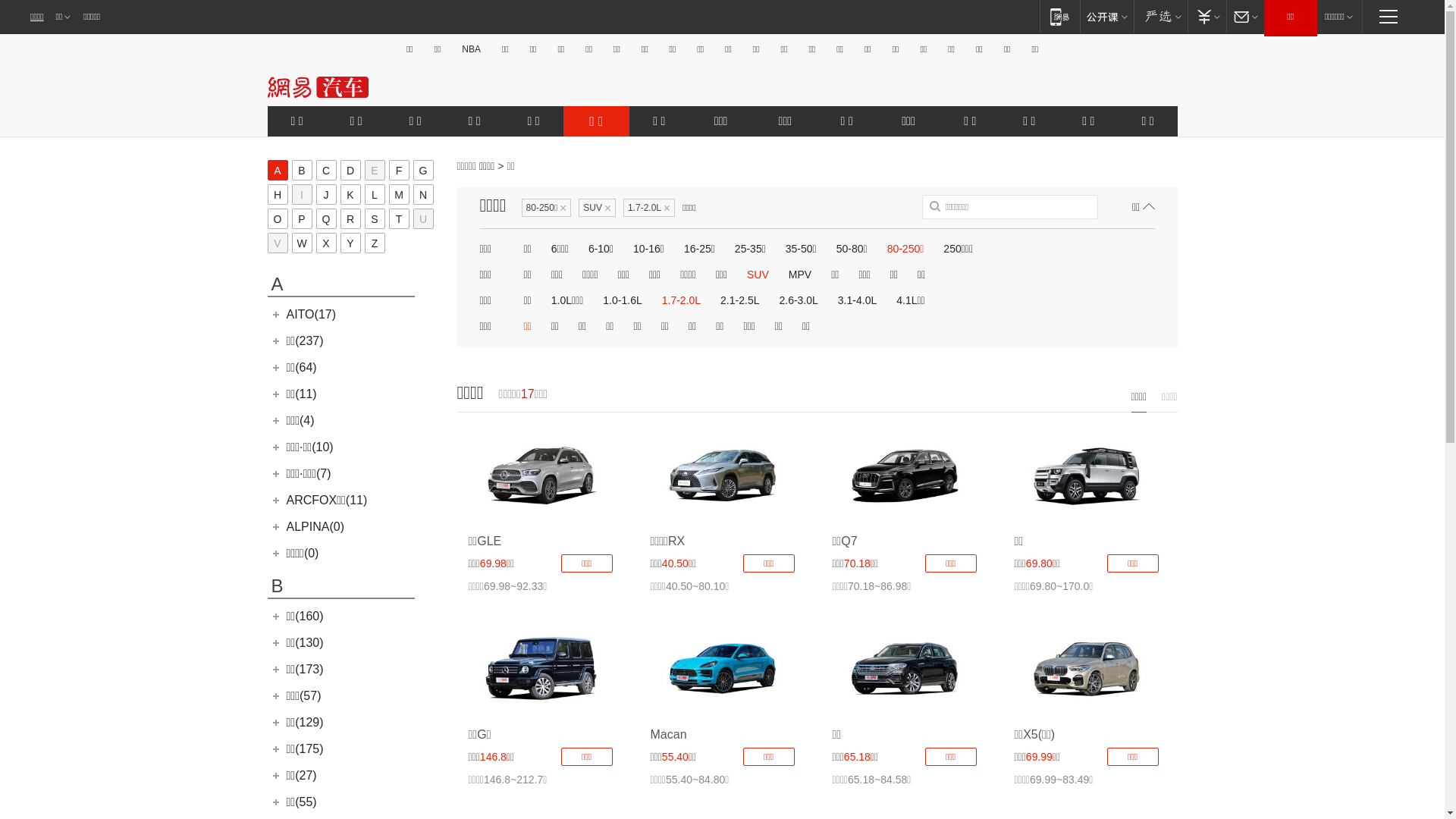 The image size is (1456, 819). Describe the element at coordinates (659, 300) in the screenshot. I see `'1.7-2.0L'` at that location.